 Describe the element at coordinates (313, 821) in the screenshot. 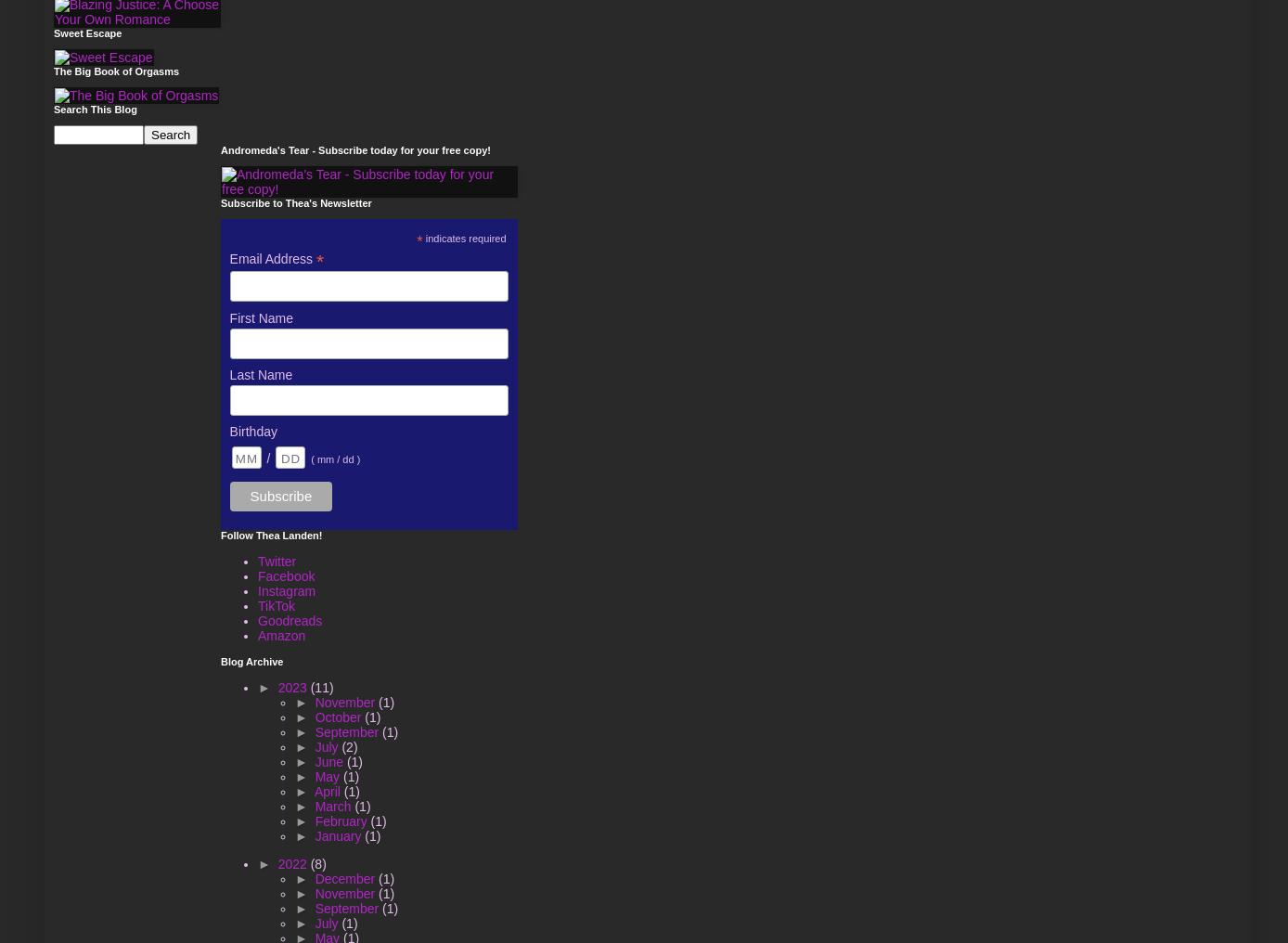

I see `'February'` at that location.